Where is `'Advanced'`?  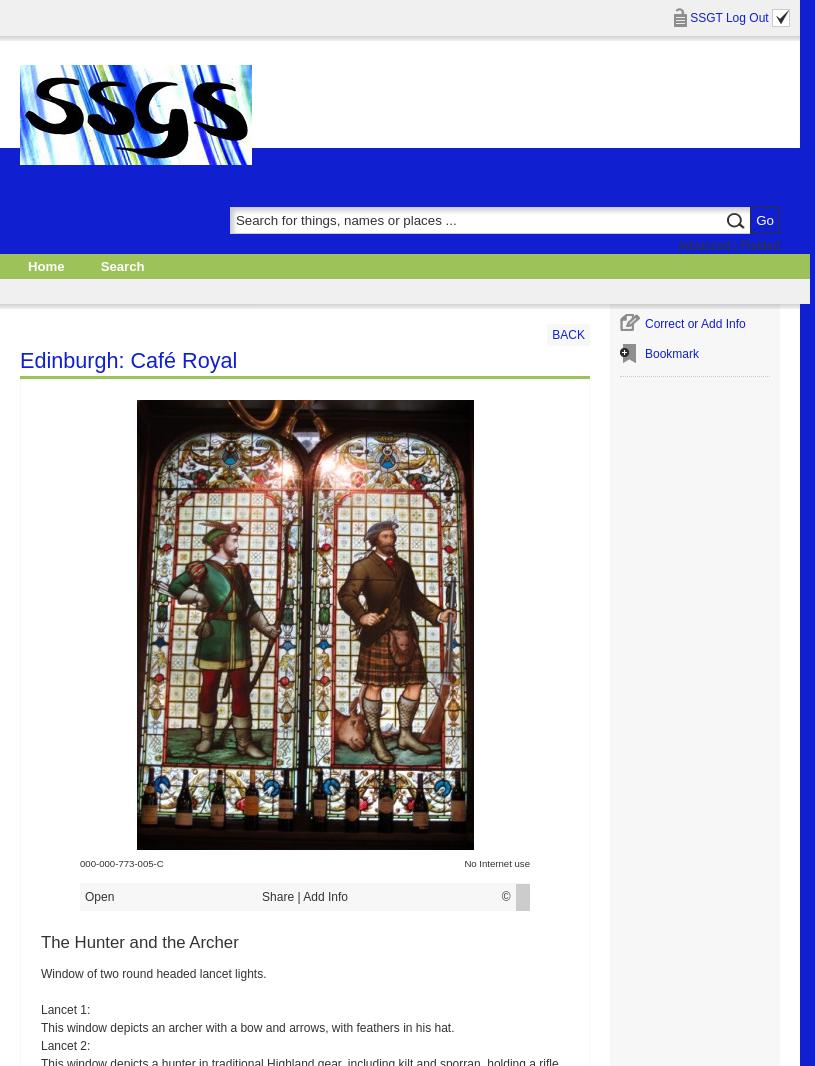 'Advanced' is located at coordinates (676, 243).